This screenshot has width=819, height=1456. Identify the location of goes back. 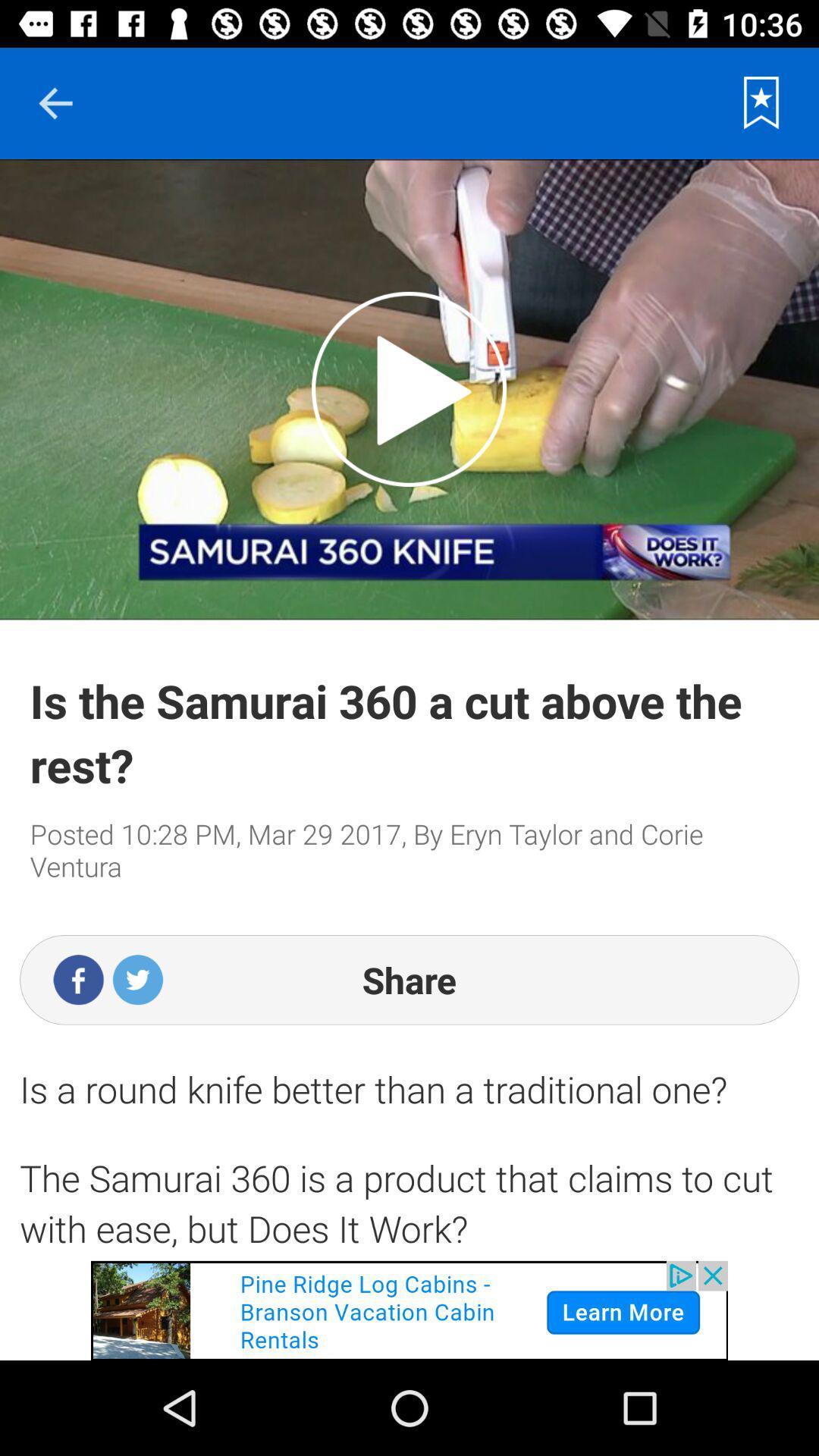
(55, 102).